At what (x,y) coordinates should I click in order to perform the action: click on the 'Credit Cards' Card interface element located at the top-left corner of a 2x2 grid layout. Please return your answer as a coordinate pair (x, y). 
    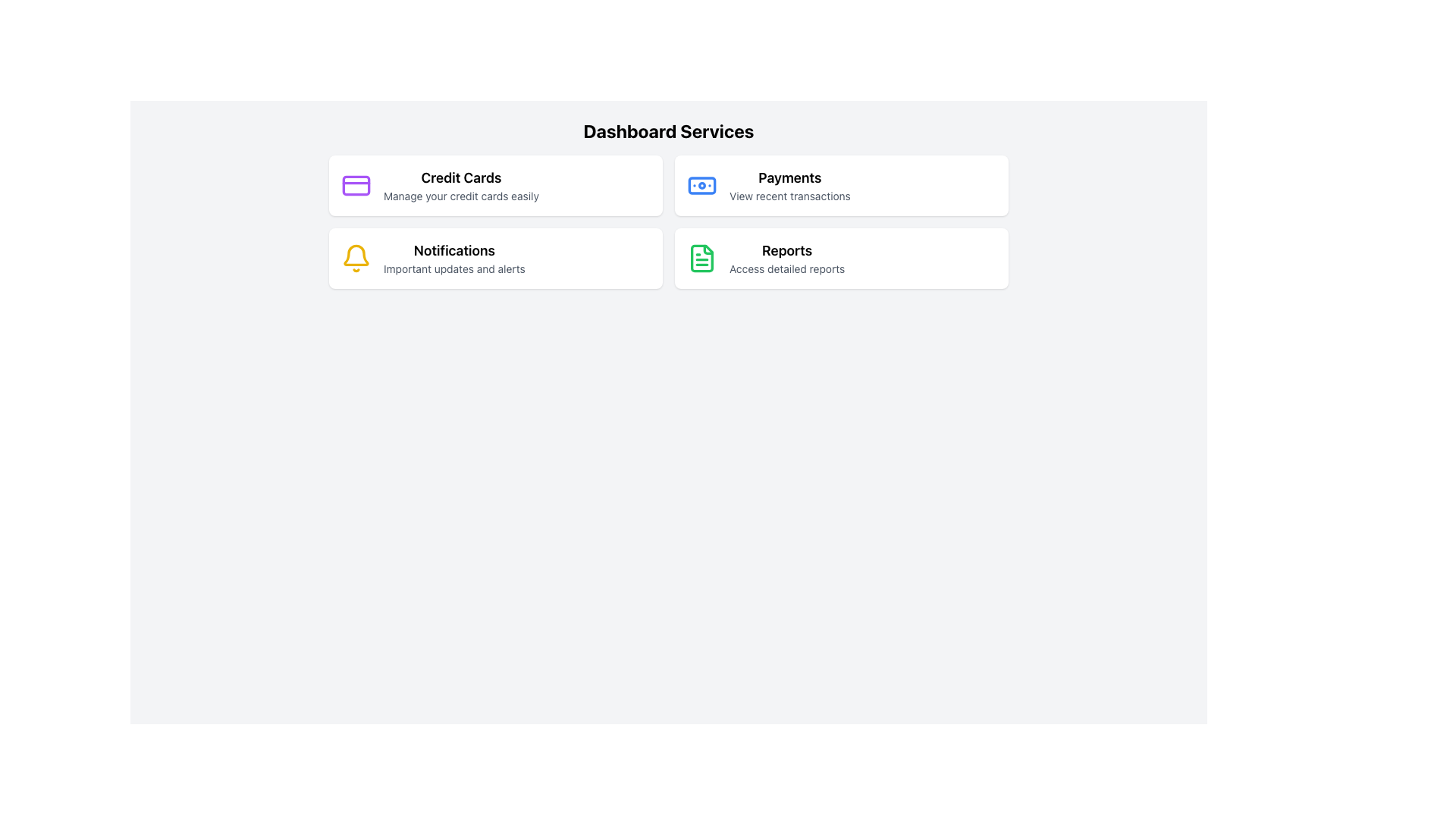
    Looking at the image, I should click on (495, 185).